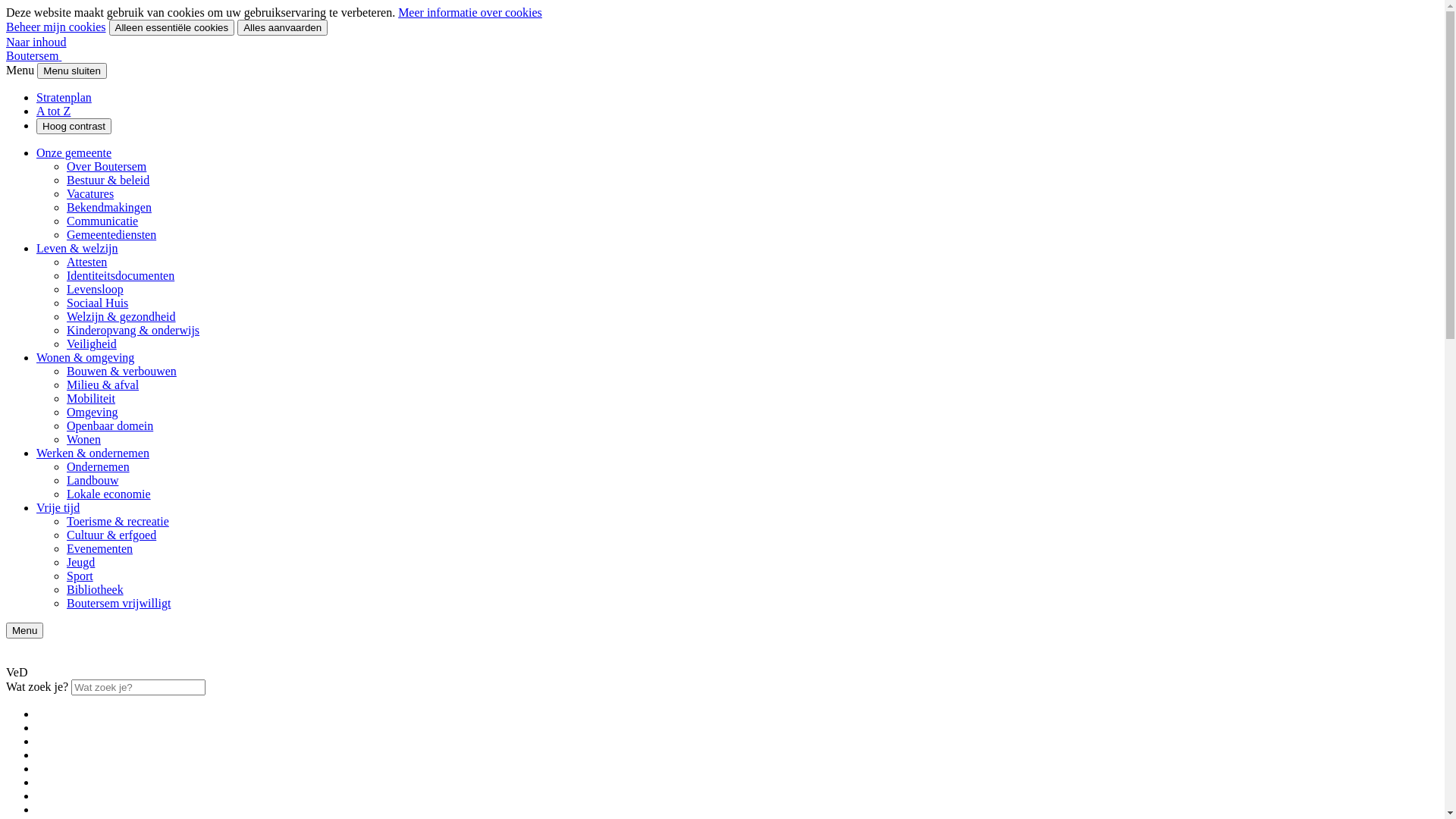 The image size is (1456, 819). Describe the element at coordinates (79, 576) in the screenshot. I see `'Sport'` at that location.